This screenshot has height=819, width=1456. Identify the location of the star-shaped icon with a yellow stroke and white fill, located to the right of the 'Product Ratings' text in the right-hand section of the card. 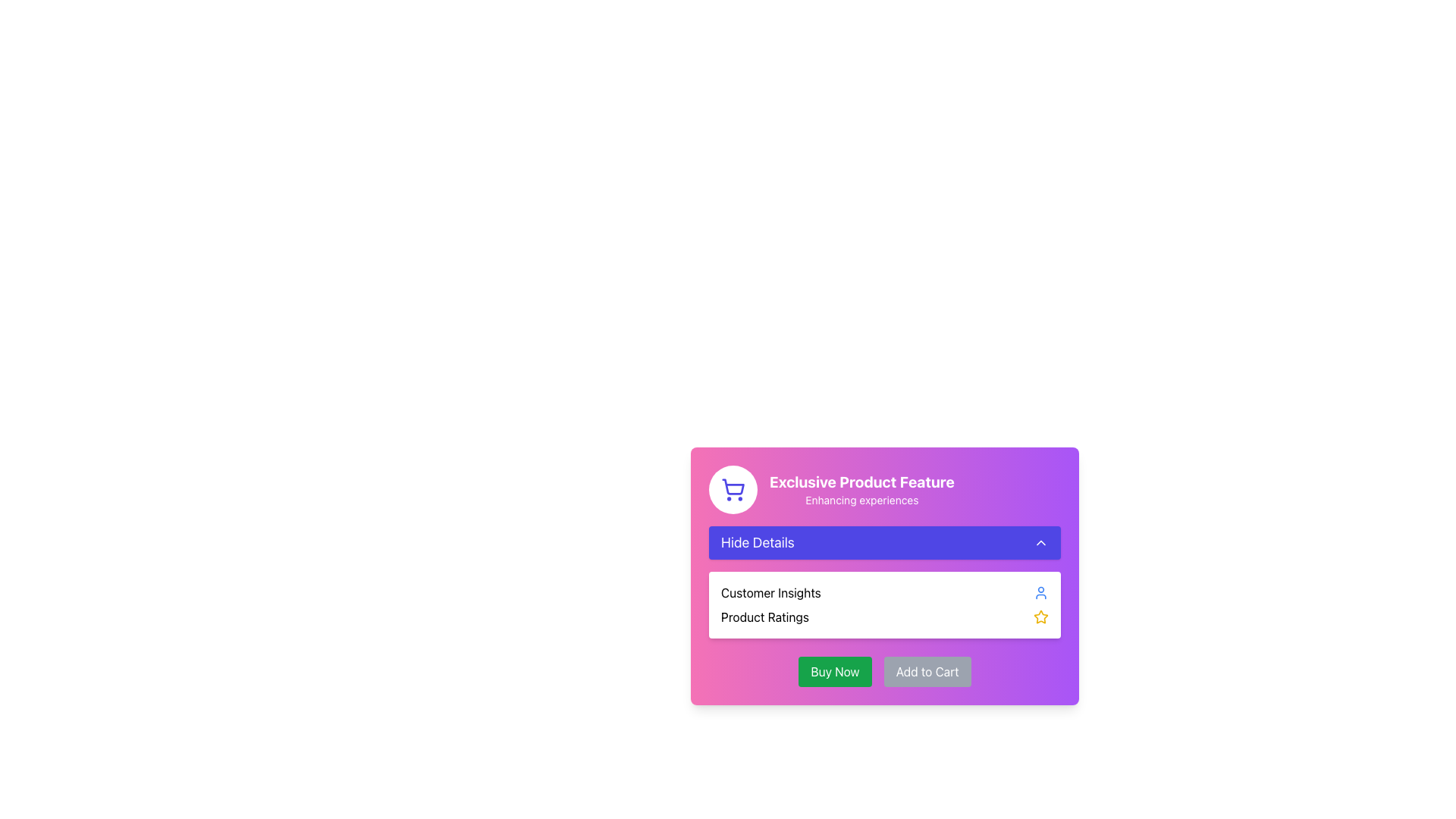
(1040, 617).